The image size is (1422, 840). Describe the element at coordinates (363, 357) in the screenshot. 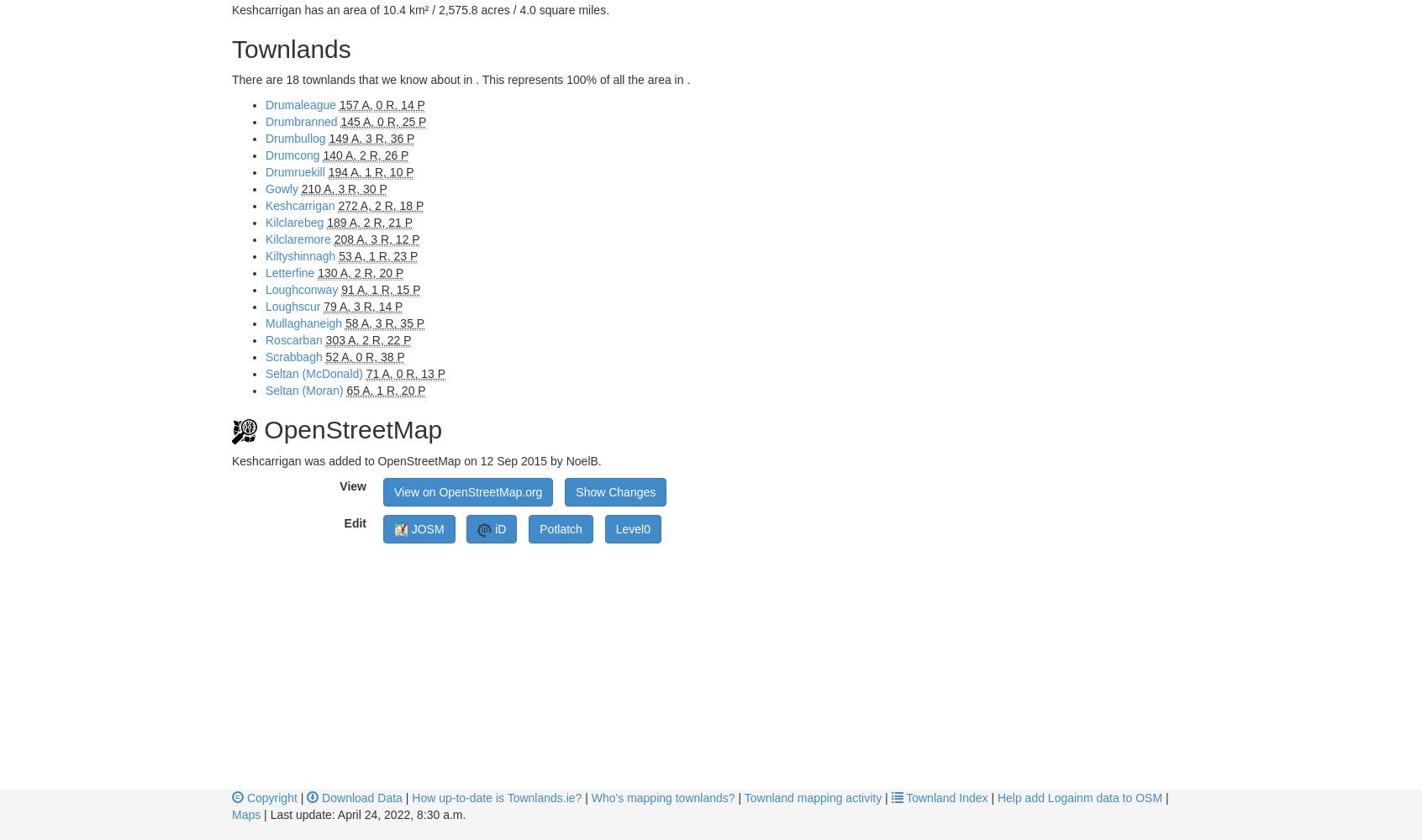

I see `'52 A, 0 R, 38 P'` at that location.